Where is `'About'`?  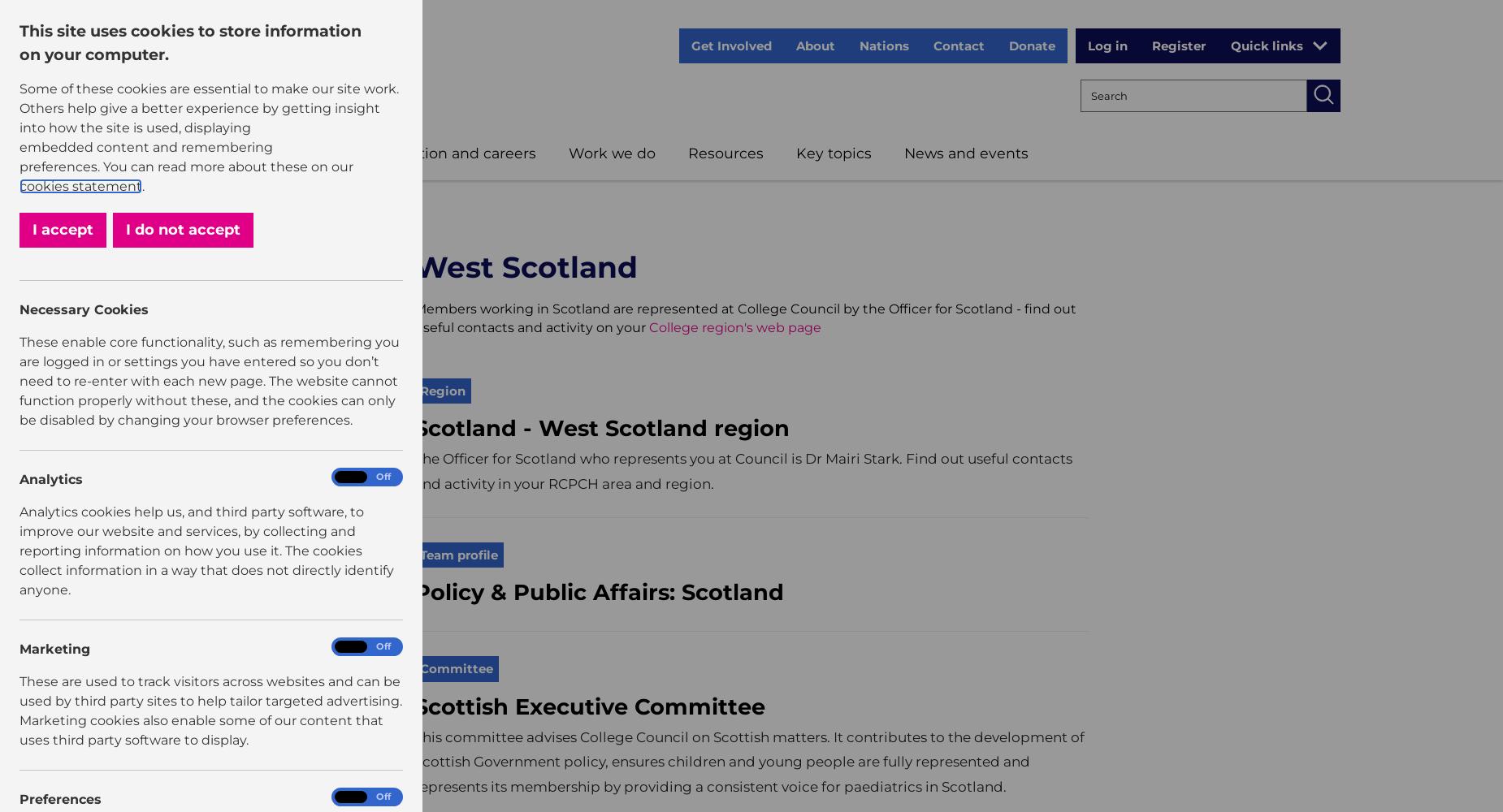 'About' is located at coordinates (814, 45).